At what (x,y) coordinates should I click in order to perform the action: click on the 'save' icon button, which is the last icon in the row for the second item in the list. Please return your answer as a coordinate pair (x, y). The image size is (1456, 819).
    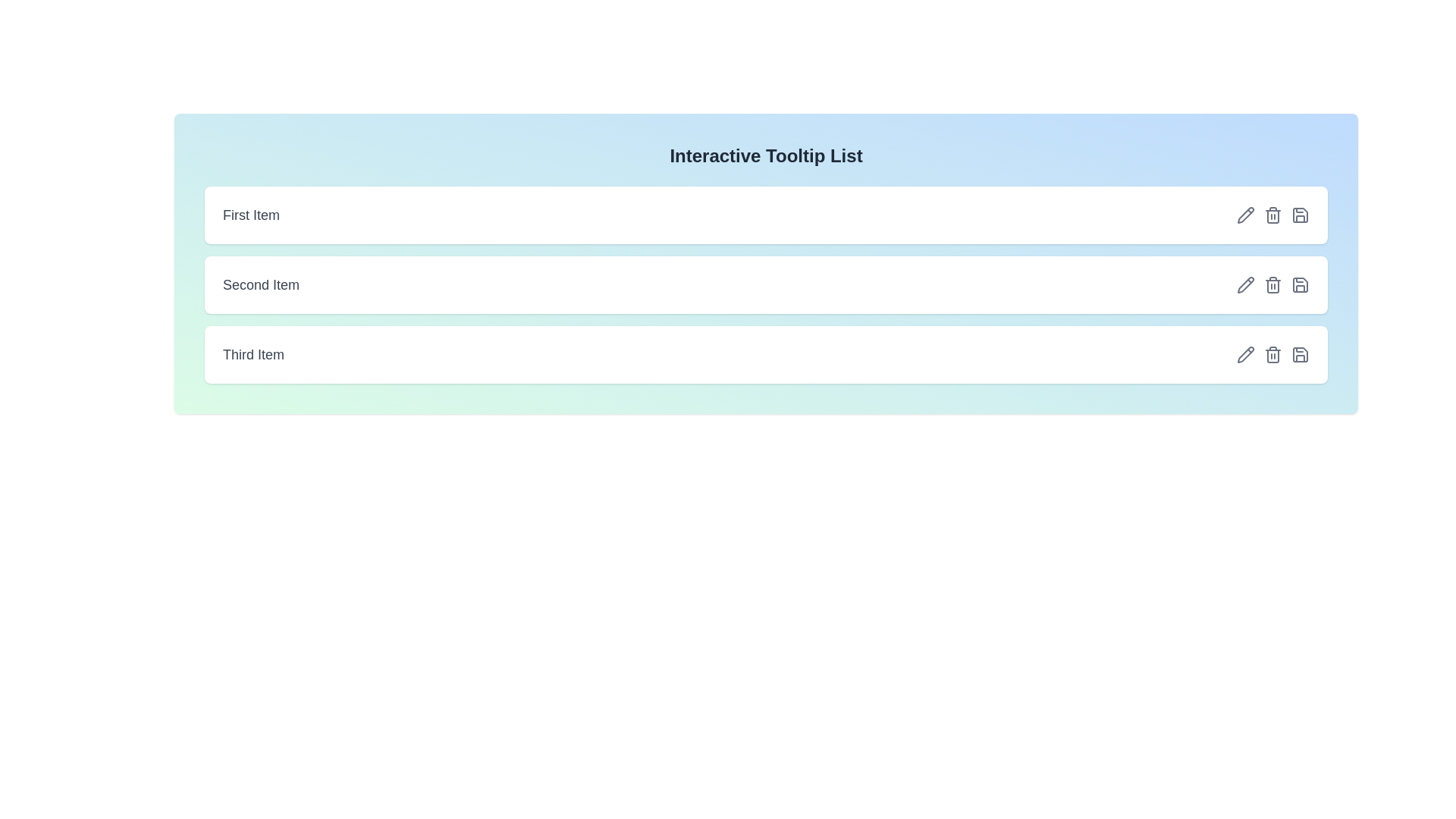
    Looking at the image, I should click on (1299, 284).